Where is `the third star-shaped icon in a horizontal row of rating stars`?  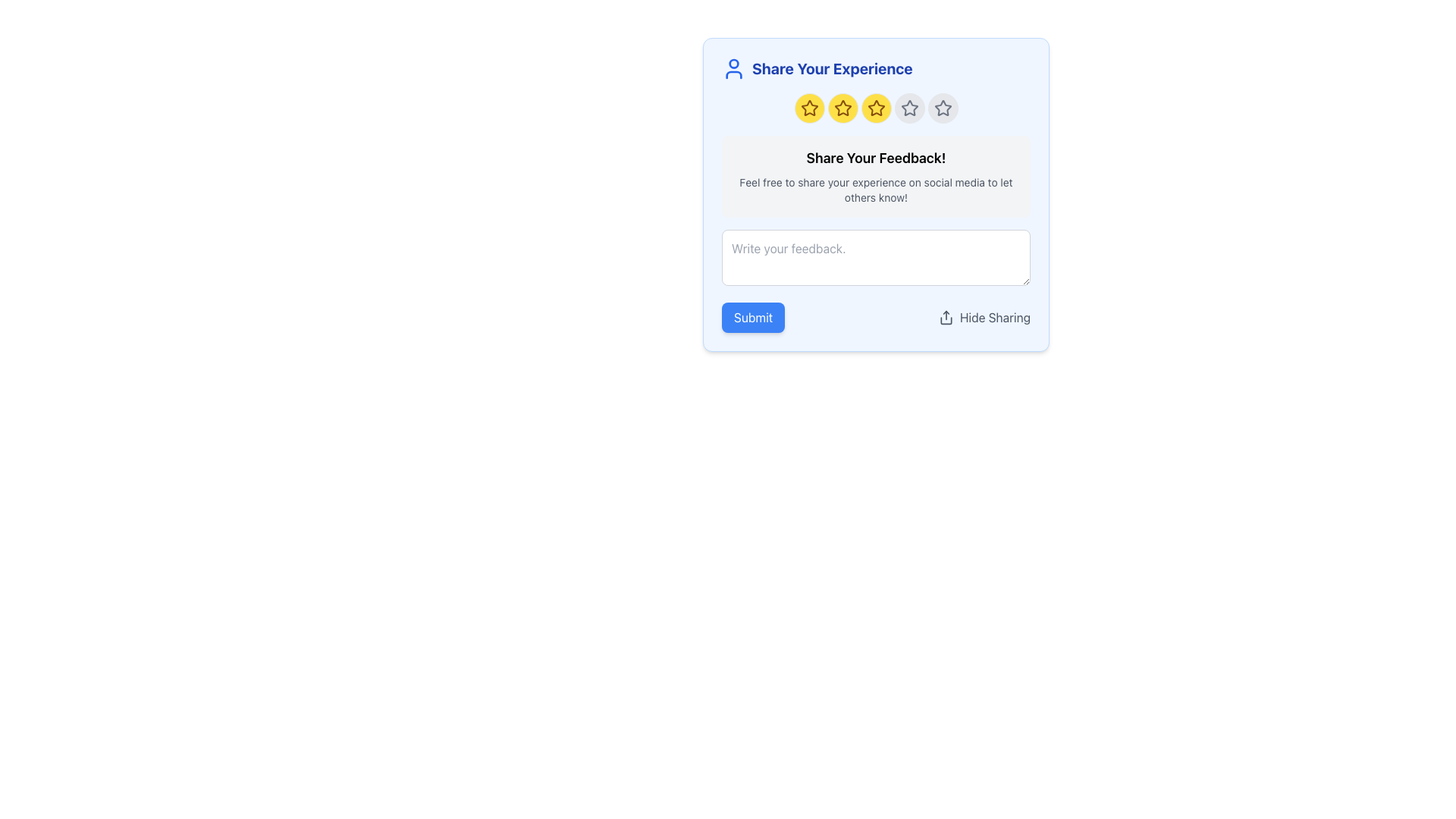 the third star-shaped icon in a horizontal row of rating stars is located at coordinates (876, 107).